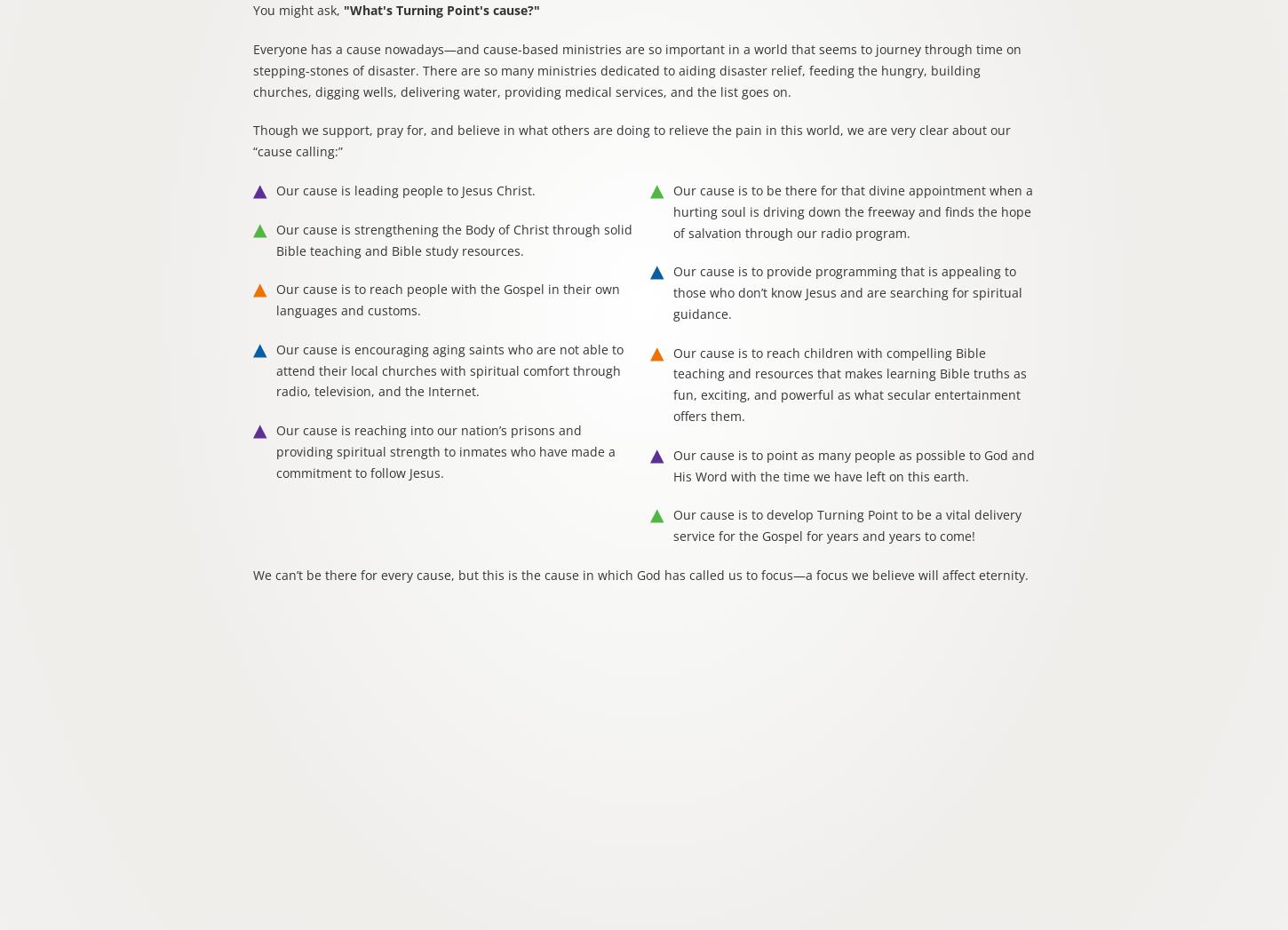 This screenshot has height=930, width=1288. Describe the element at coordinates (852, 210) in the screenshot. I see `'Our cause is to be there for that divine appointment when a hurting soul is driving down the freeway and finds the hope of salvation through our radio program.'` at that location.